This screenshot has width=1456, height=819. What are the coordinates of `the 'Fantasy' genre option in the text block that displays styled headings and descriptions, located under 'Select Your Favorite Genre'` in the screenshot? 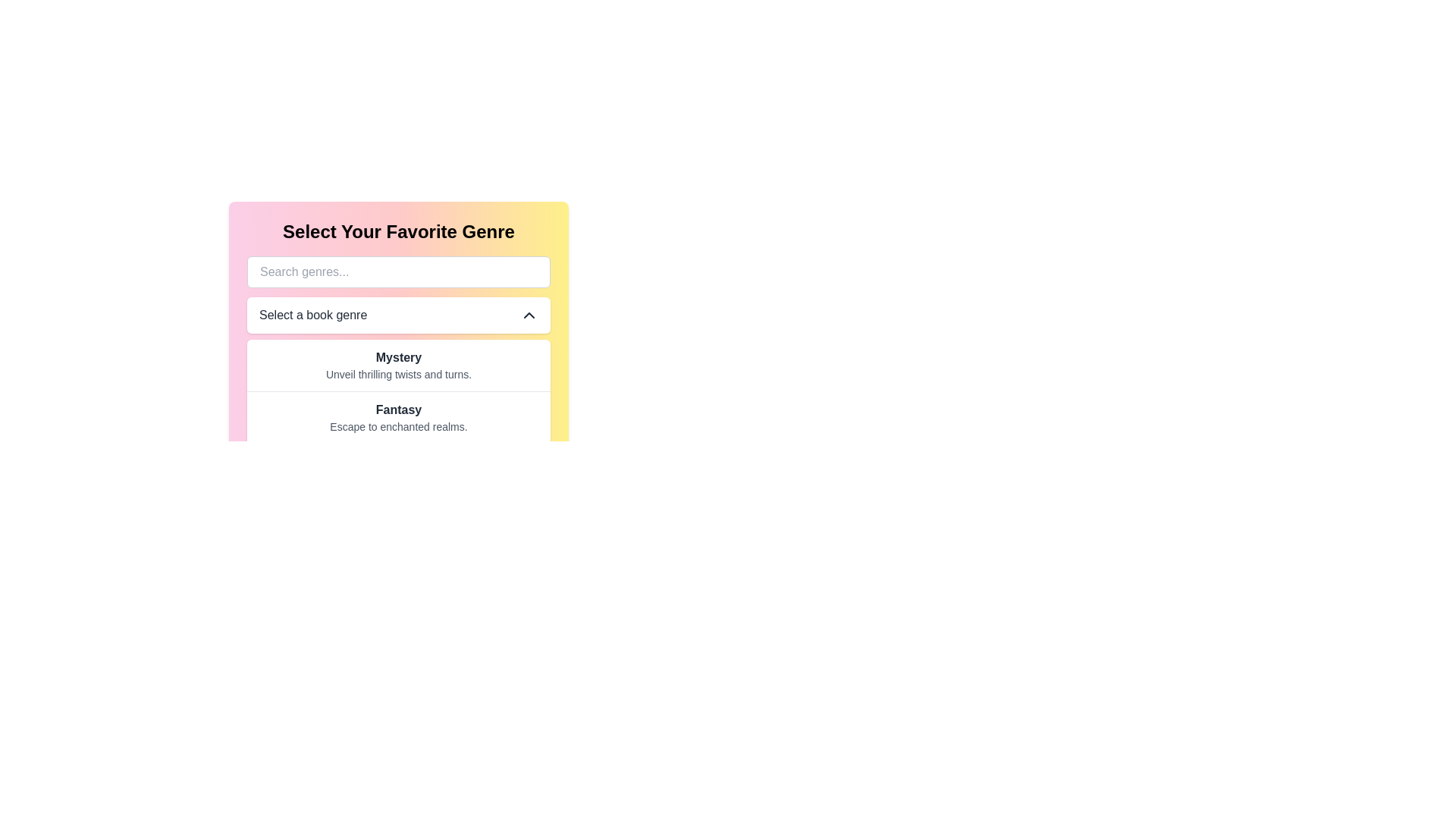 It's located at (399, 418).